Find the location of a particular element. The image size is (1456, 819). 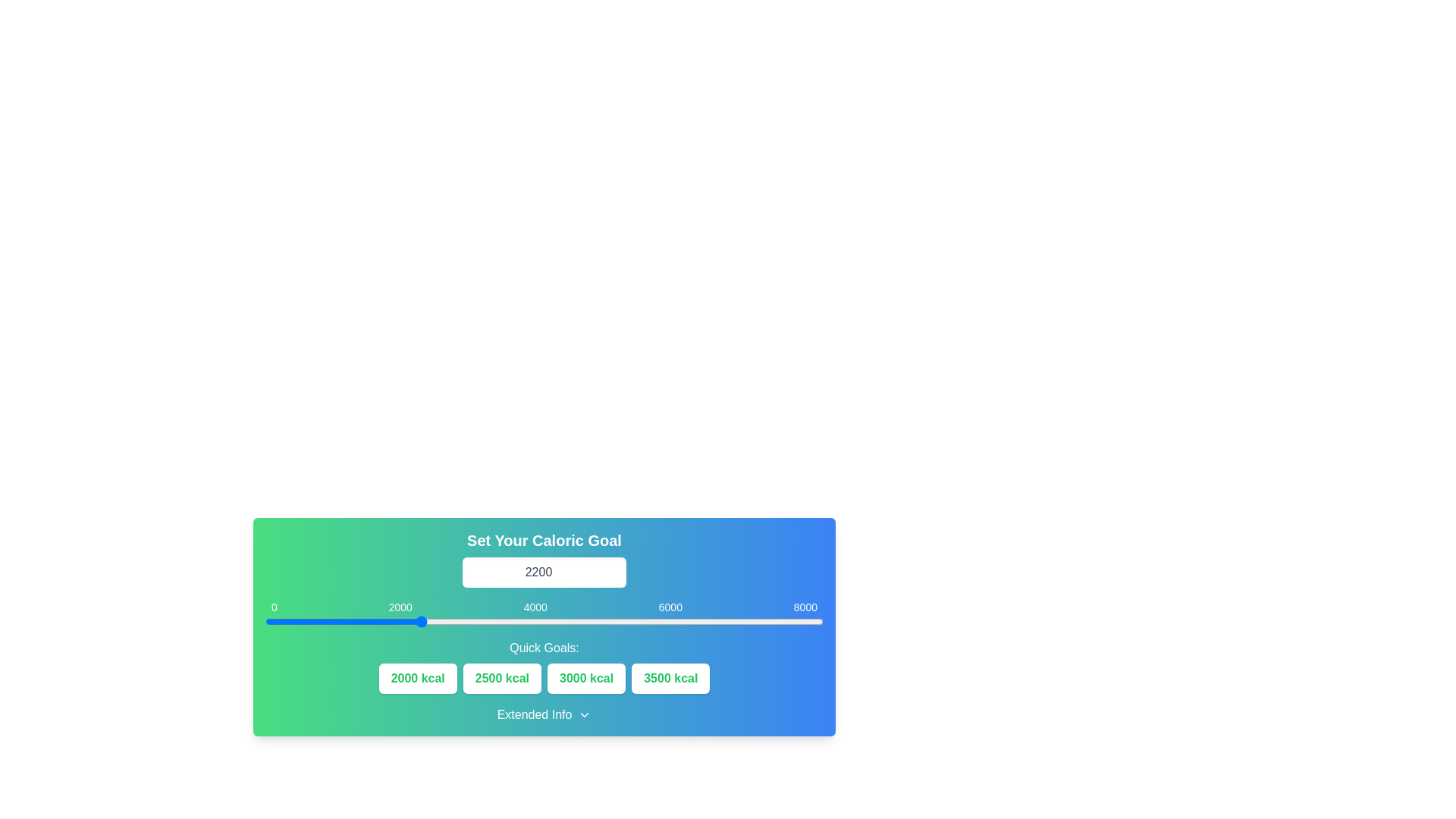

the horizontal range slider with a blue track, currently set to approximately 2200 is located at coordinates (544, 617).